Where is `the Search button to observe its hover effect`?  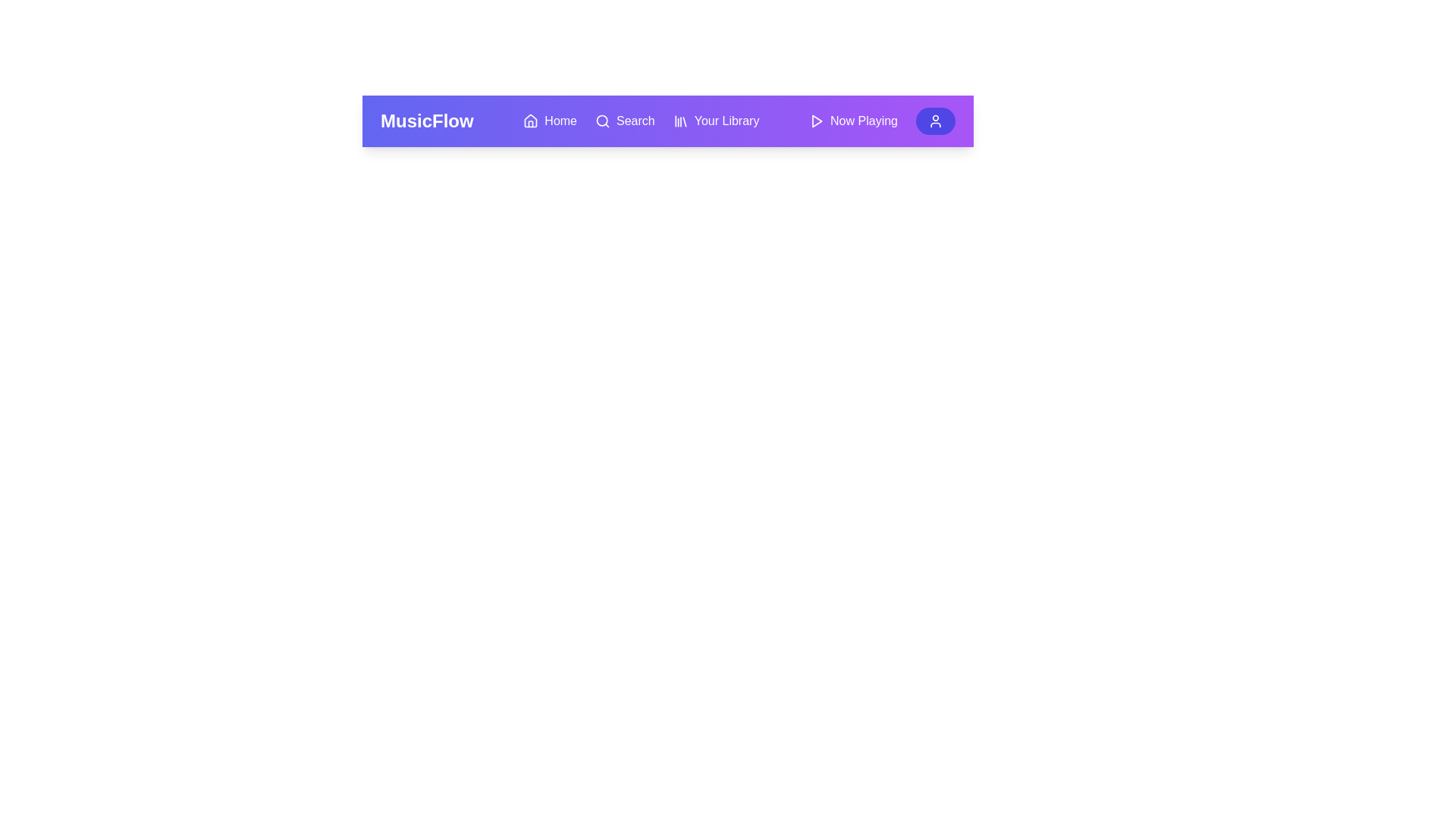 the Search button to observe its hover effect is located at coordinates (625, 120).